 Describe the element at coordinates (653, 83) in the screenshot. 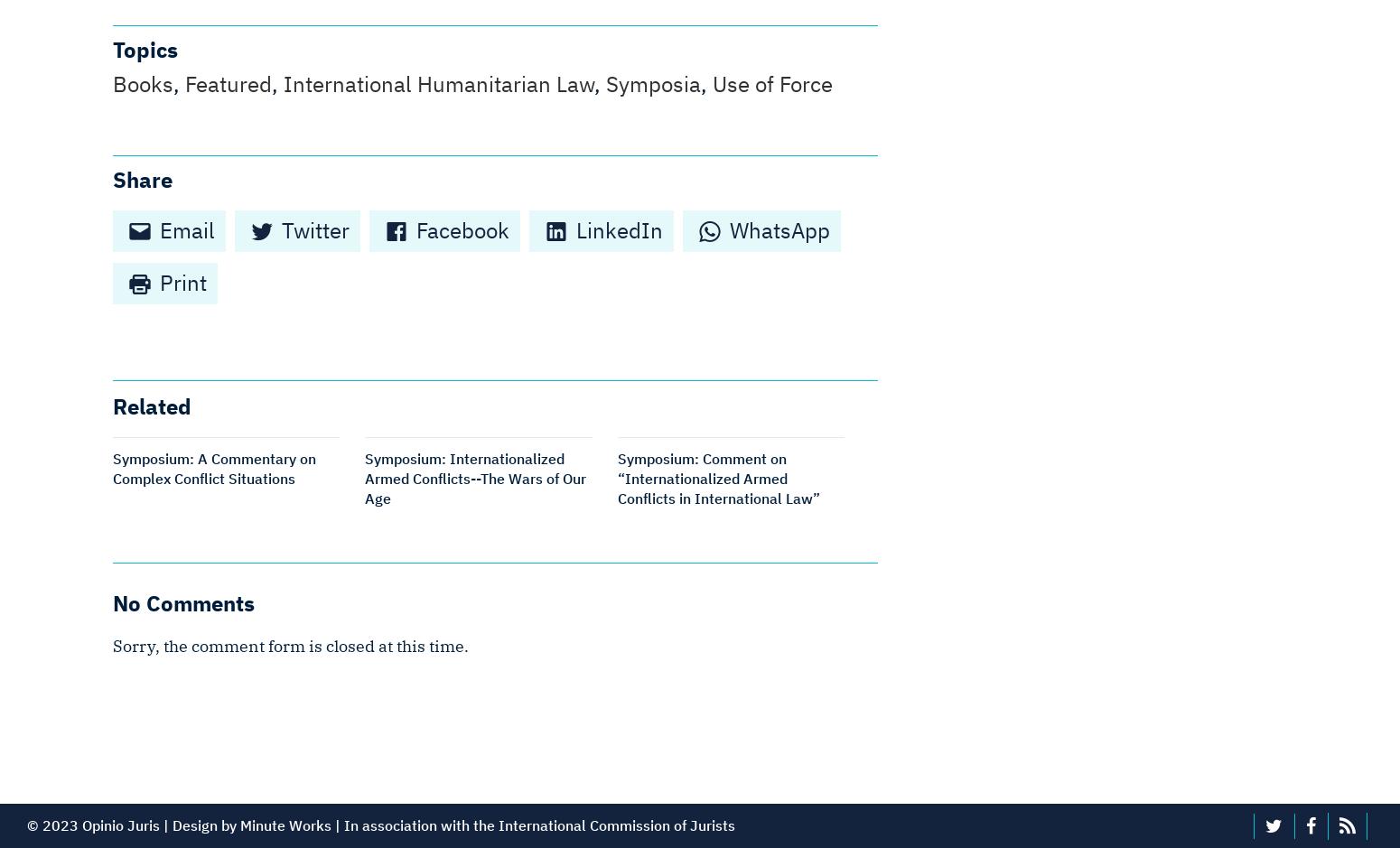

I see `'Symposia'` at that location.